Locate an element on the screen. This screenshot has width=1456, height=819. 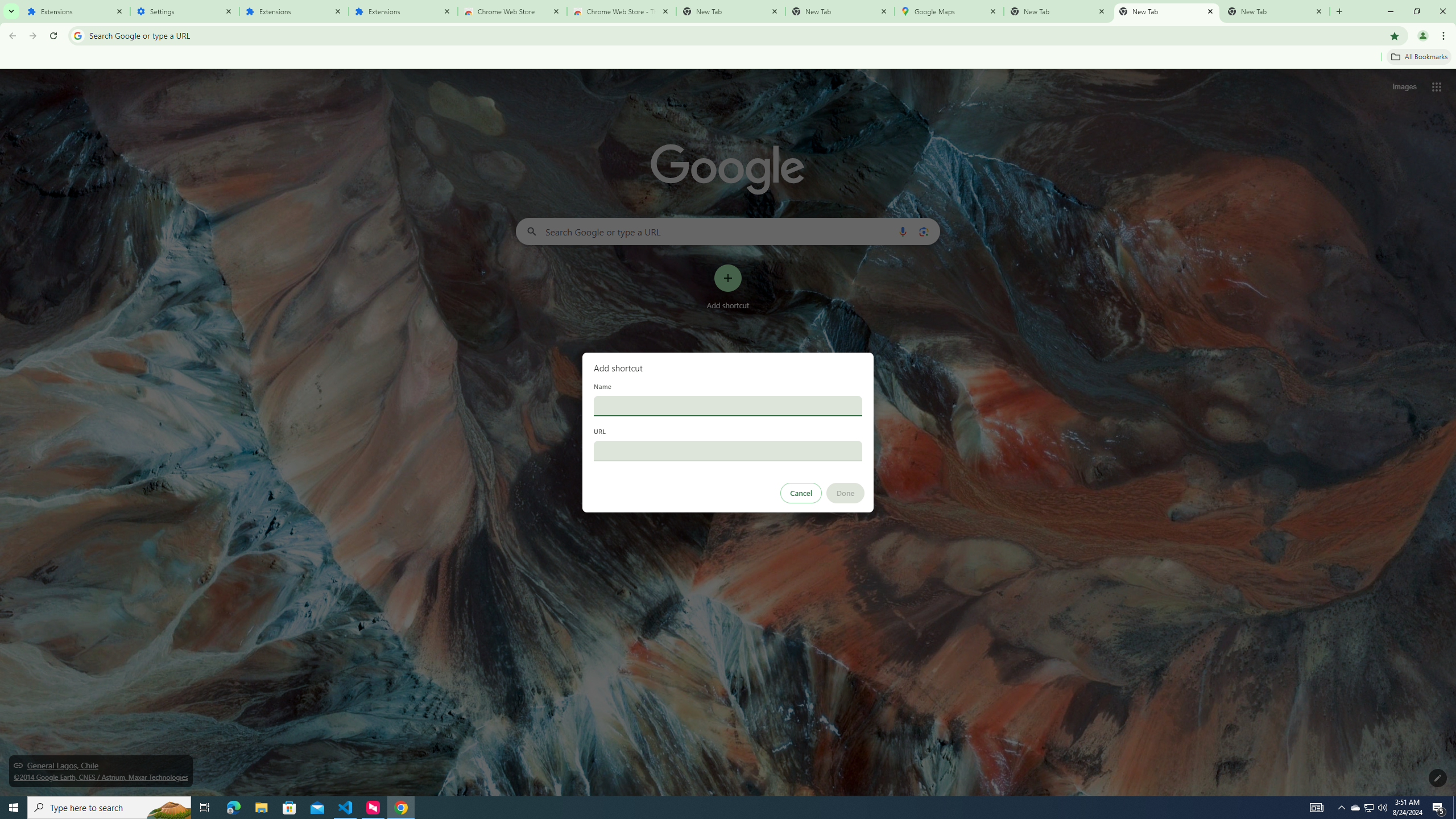
'Cancel' is located at coordinates (801, 493).